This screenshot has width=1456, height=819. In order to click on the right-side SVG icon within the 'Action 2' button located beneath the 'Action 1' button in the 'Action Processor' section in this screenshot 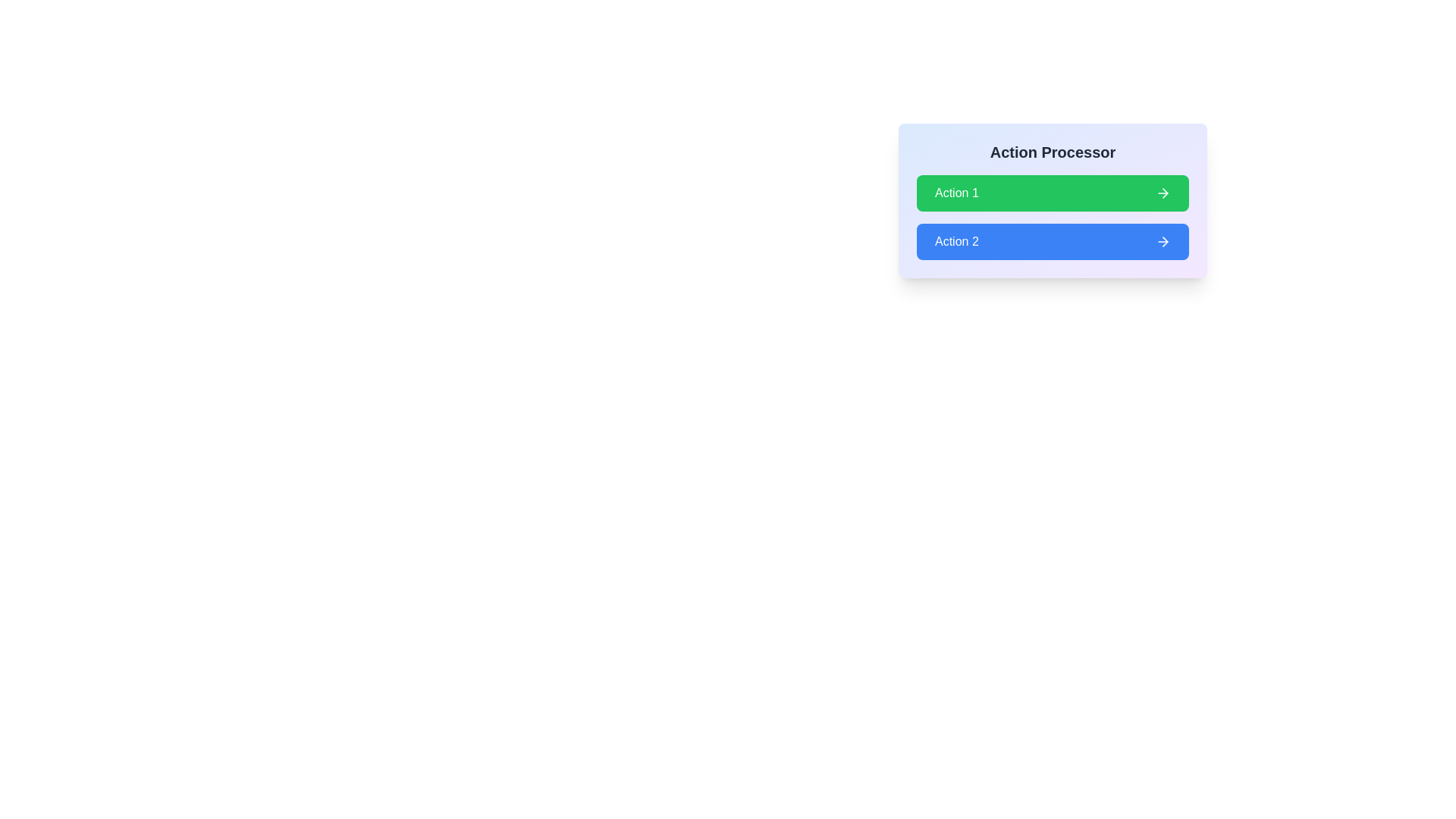, I will do `click(1163, 241)`.